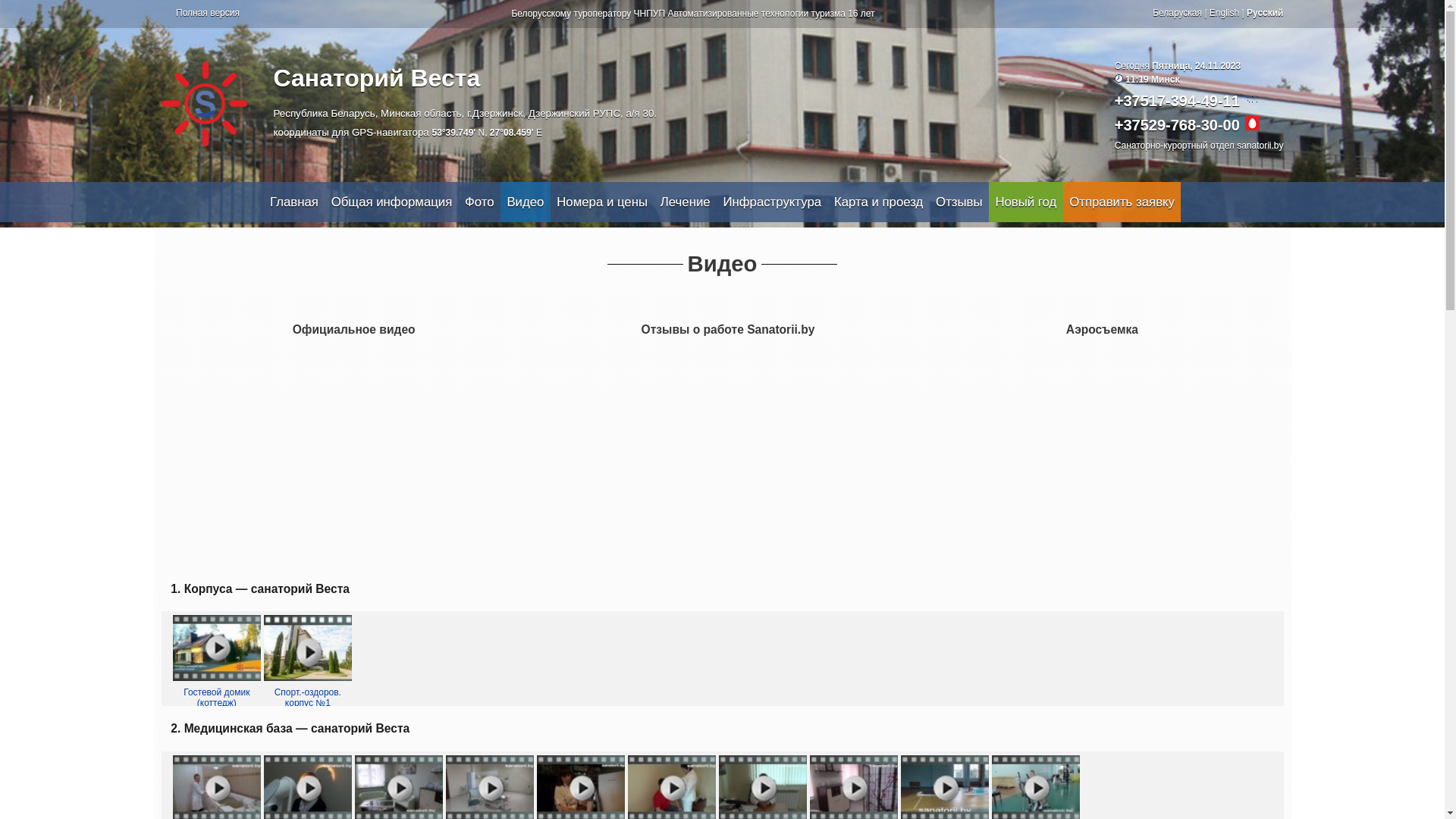  I want to click on '+37517-394-49-11', so click(1114, 100).